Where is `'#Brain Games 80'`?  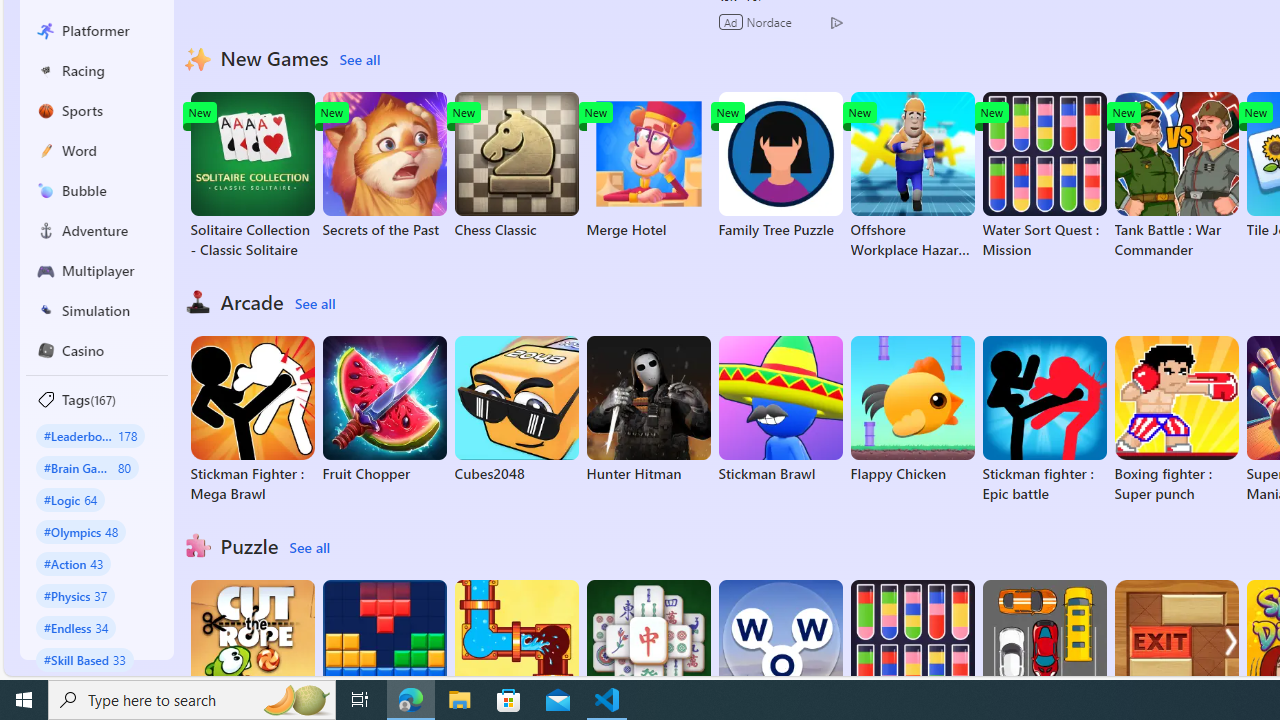 '#Brain Games 80' is located at coordinates (86, 467).